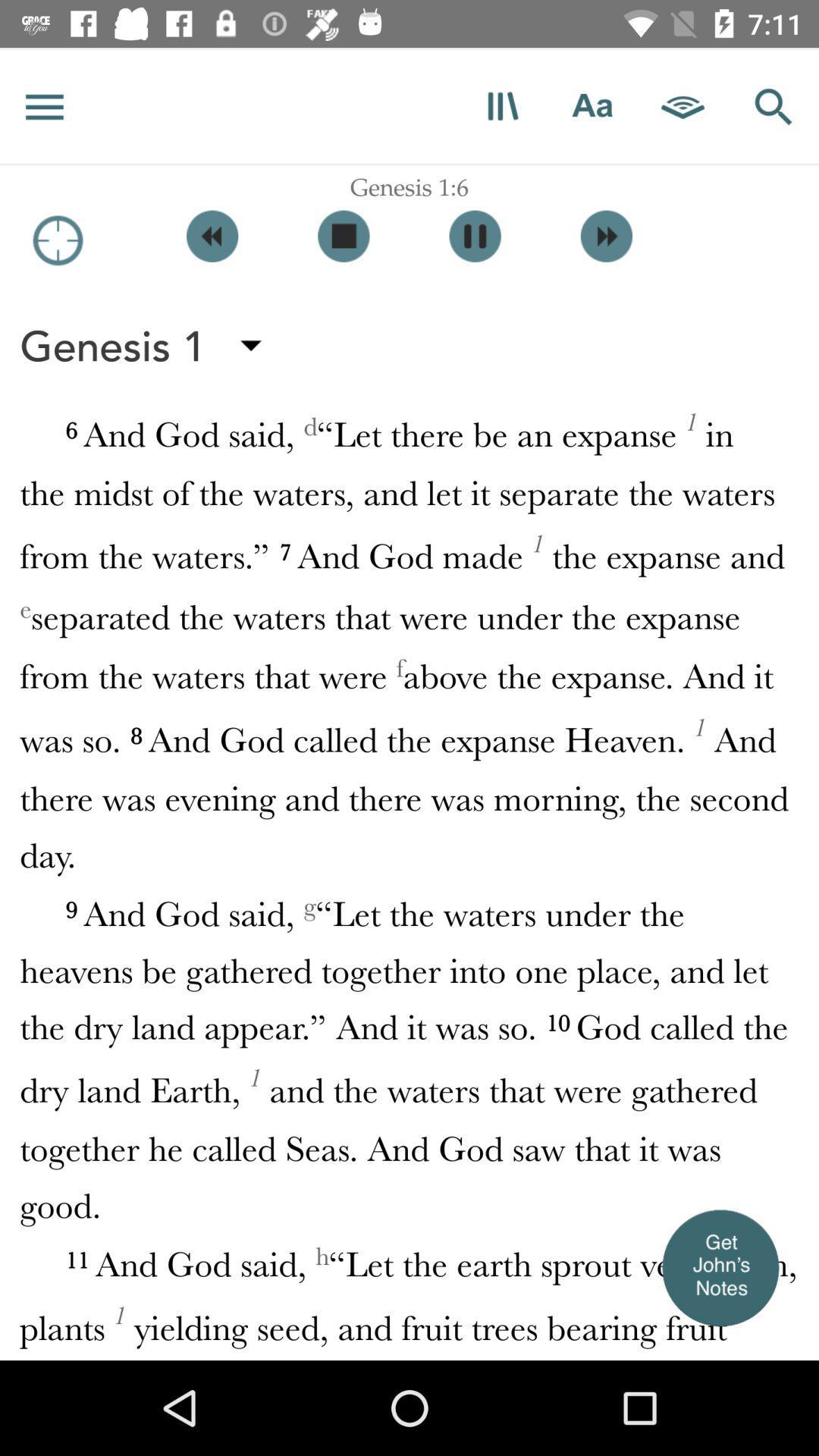 The image size is (819, 1456). I want to click on pause, so click(474, 235).